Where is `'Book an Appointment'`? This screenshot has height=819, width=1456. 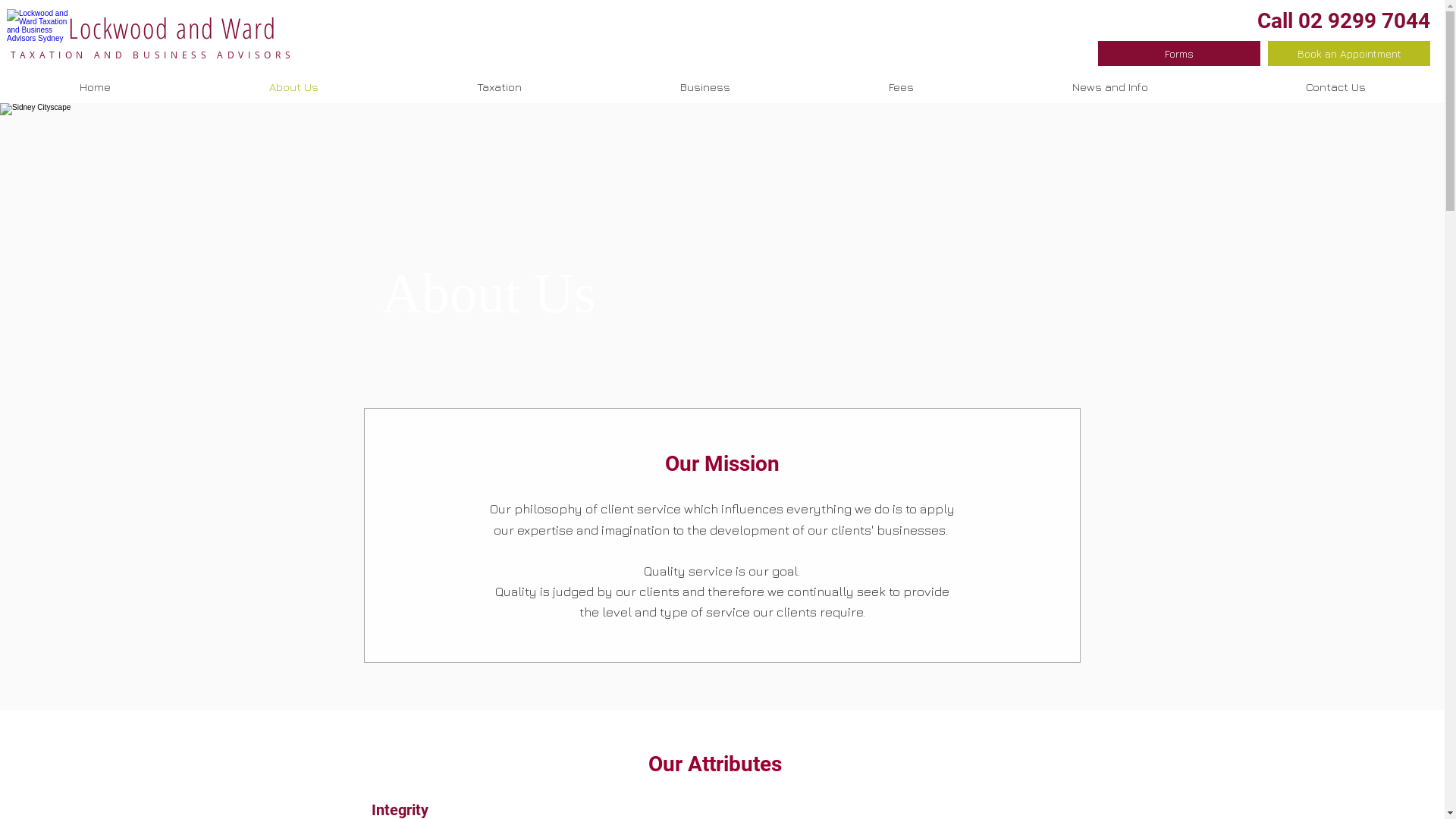
'Book an Appointment' is located at coordinates (1349, 52).